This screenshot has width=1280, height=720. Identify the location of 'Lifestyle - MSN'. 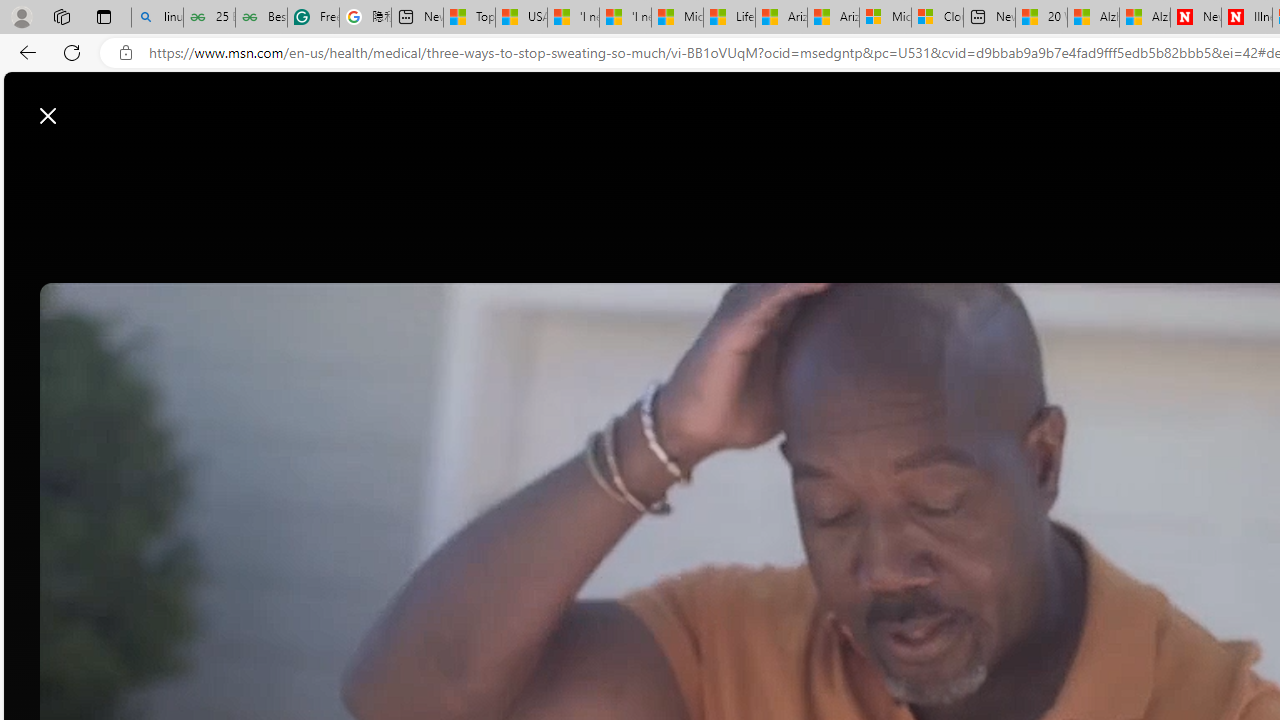
(728, 17).